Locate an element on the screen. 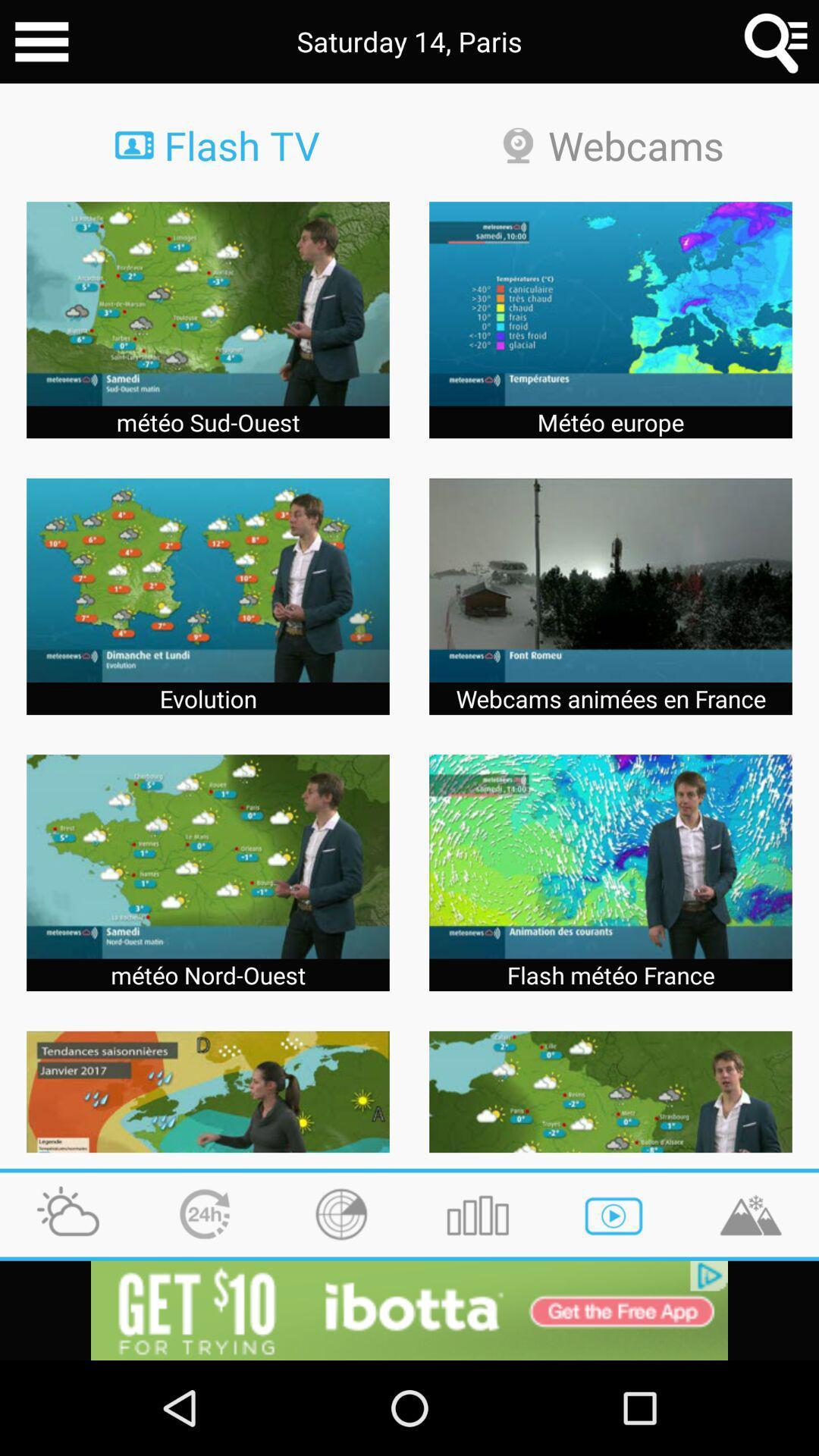  menu is located at coordinates (41, 42).